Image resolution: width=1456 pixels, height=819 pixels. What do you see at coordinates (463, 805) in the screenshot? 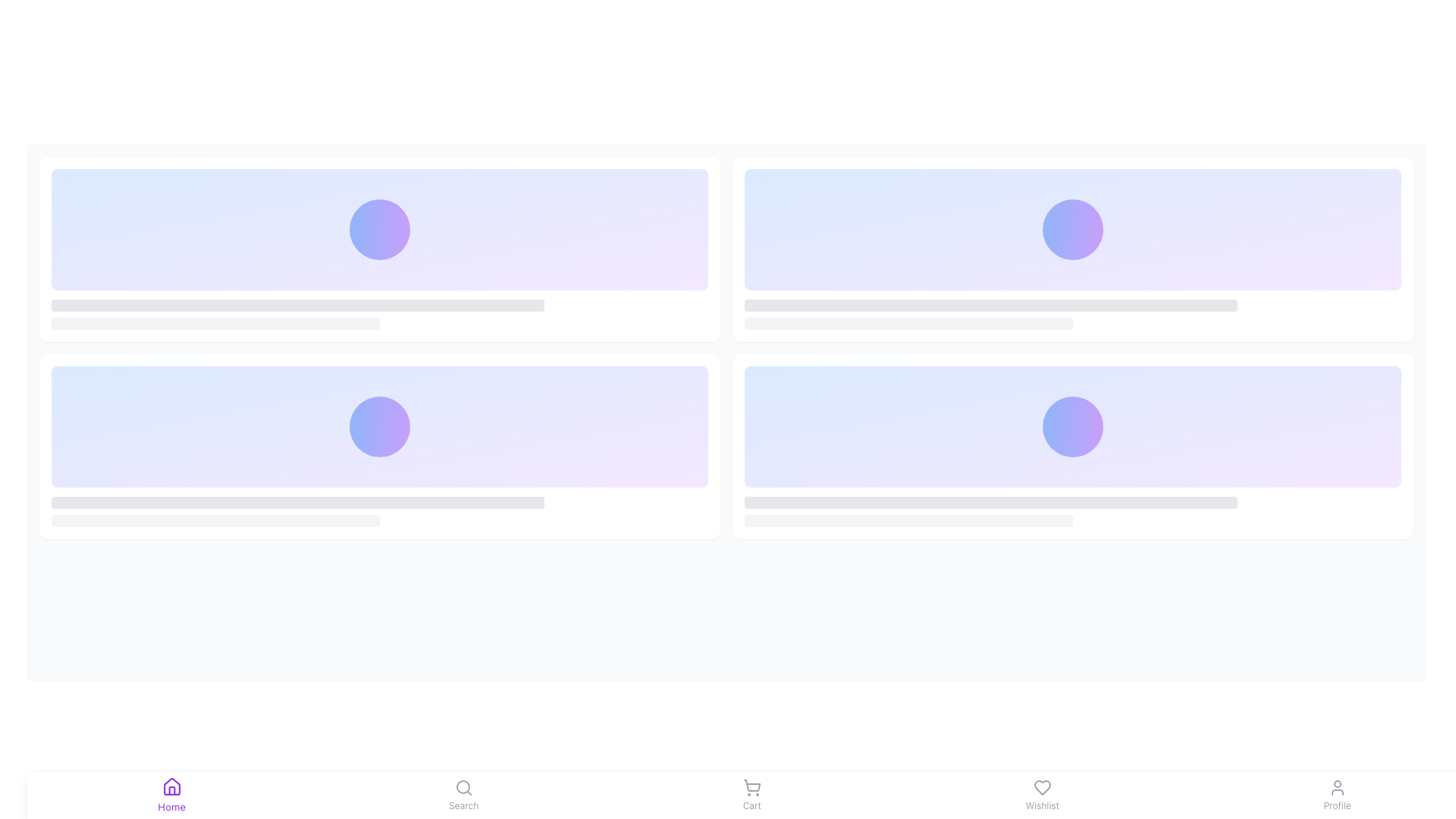
I see `the 'Search' label in light gray text located beneath the search icon in the bottom navigation bar` at bounding box center [463, 805].